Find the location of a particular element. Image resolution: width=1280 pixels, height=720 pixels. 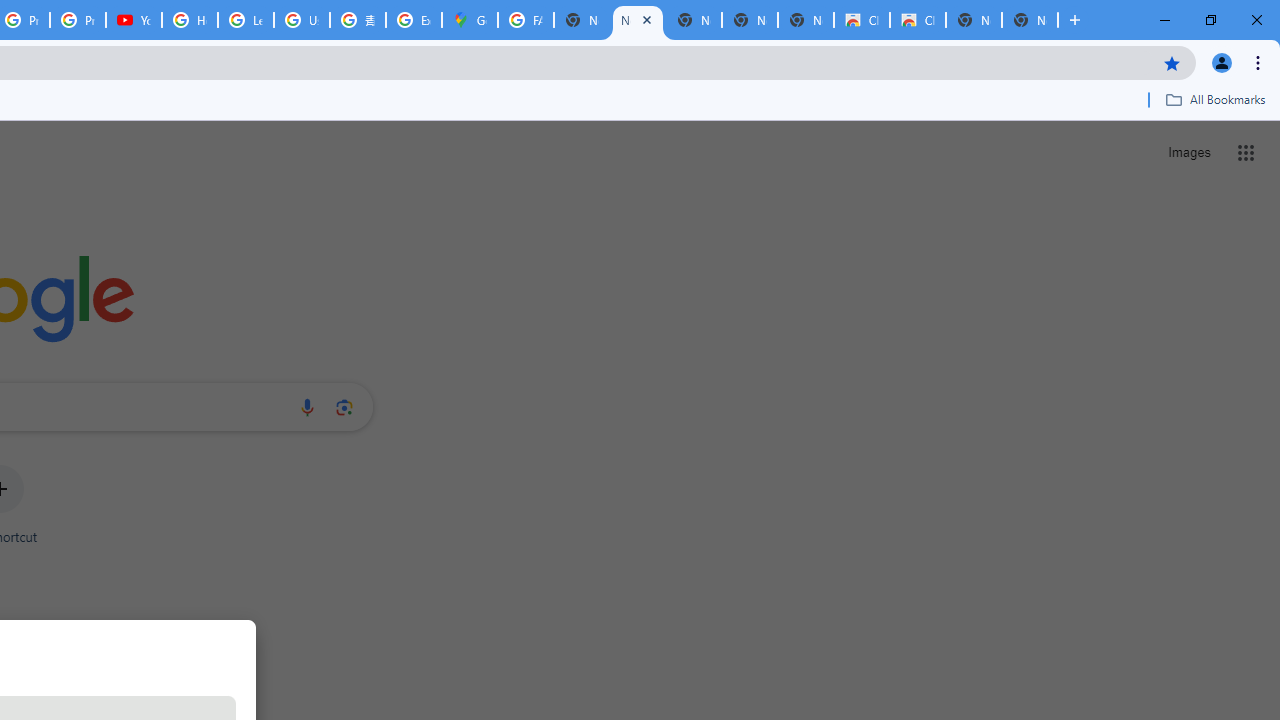

'Privacy Checkup' is located at coordinates (78, 20).